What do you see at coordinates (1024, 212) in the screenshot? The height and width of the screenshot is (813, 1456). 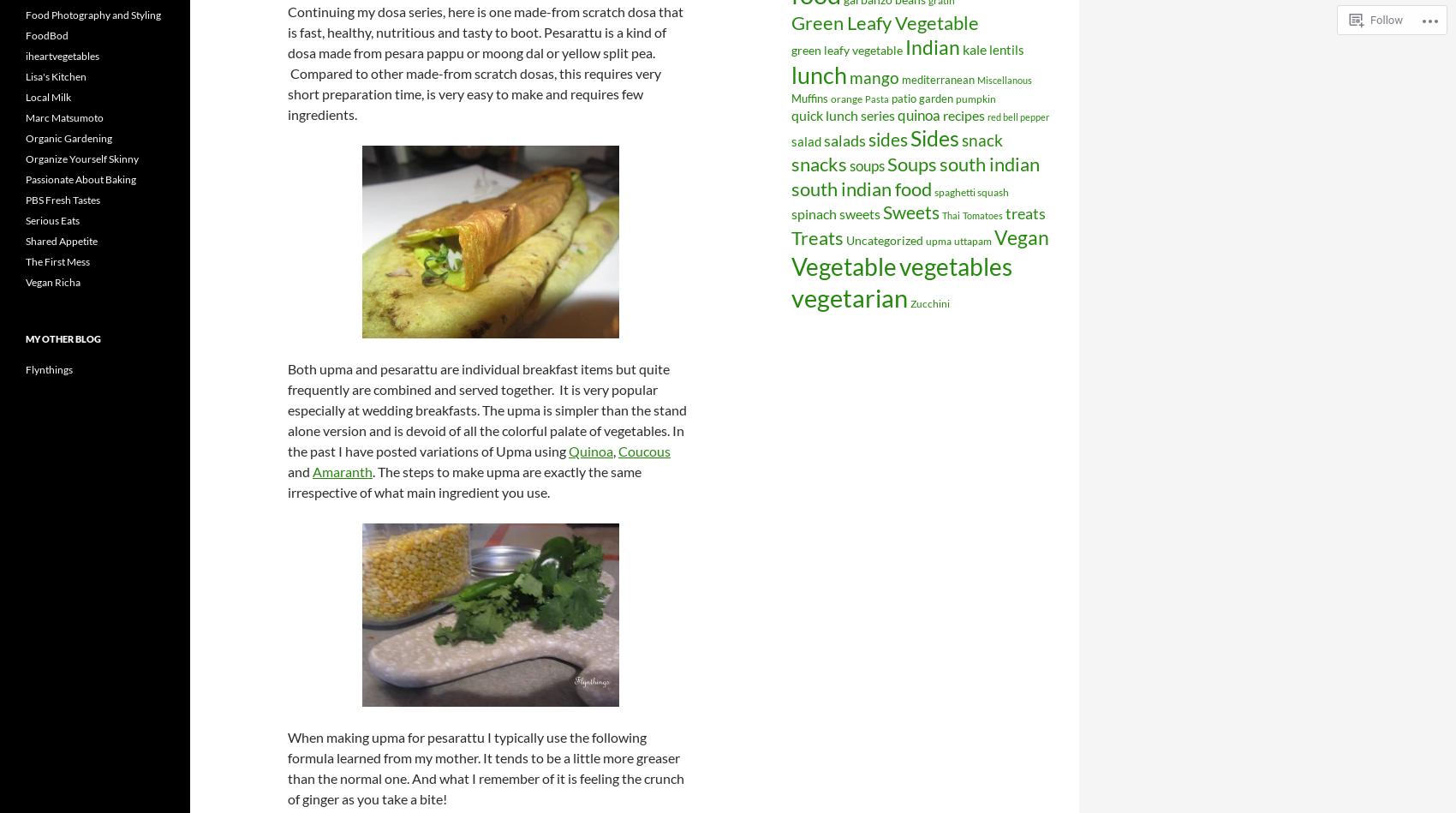 I see `'treats'` at bounding box center [1024, 212].